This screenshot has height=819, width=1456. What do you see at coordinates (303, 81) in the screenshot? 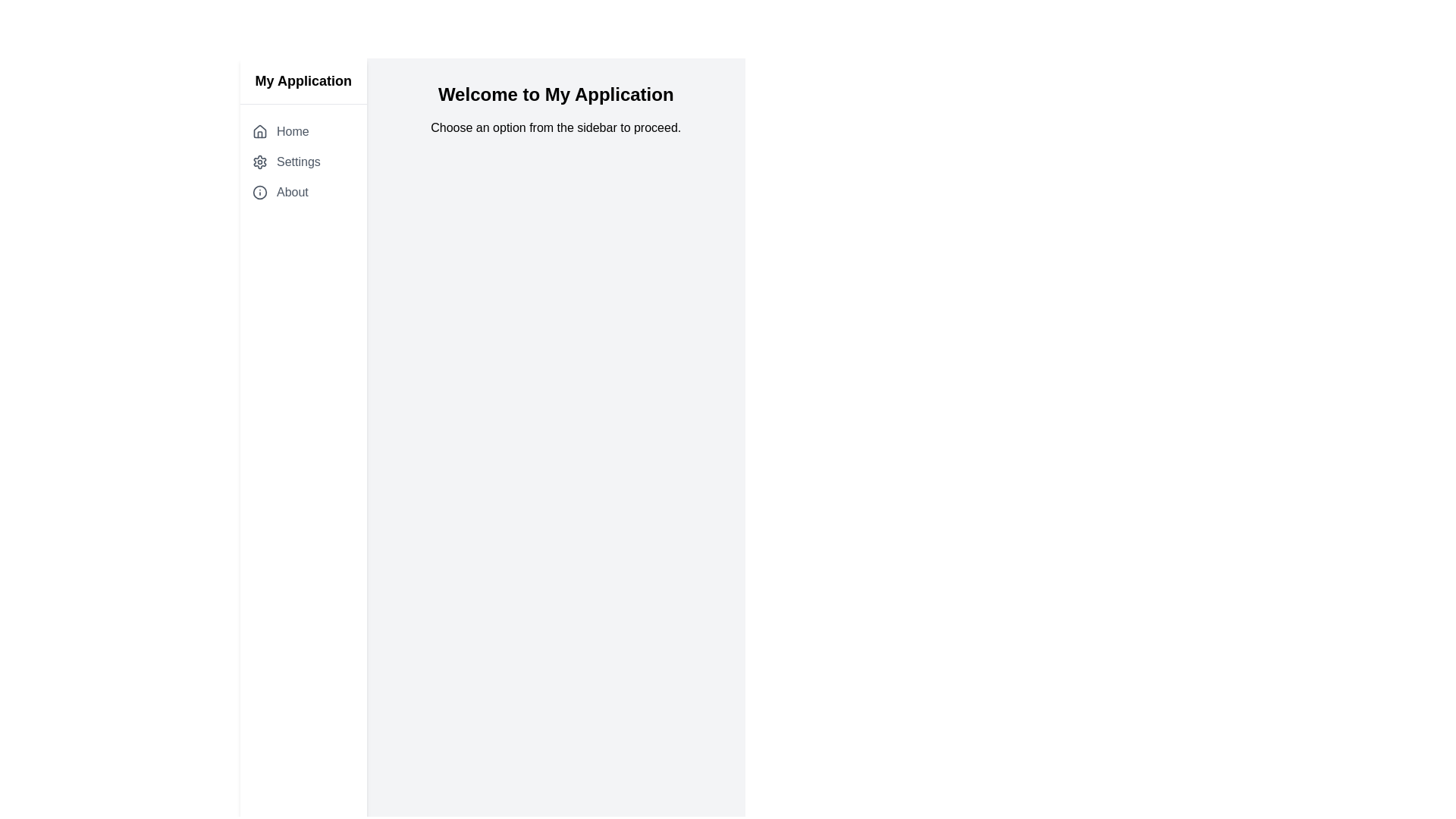
I see `the branding text label located at the top of the left pane, above the navigation items for potential interactions` at bounding box center [303, 81].